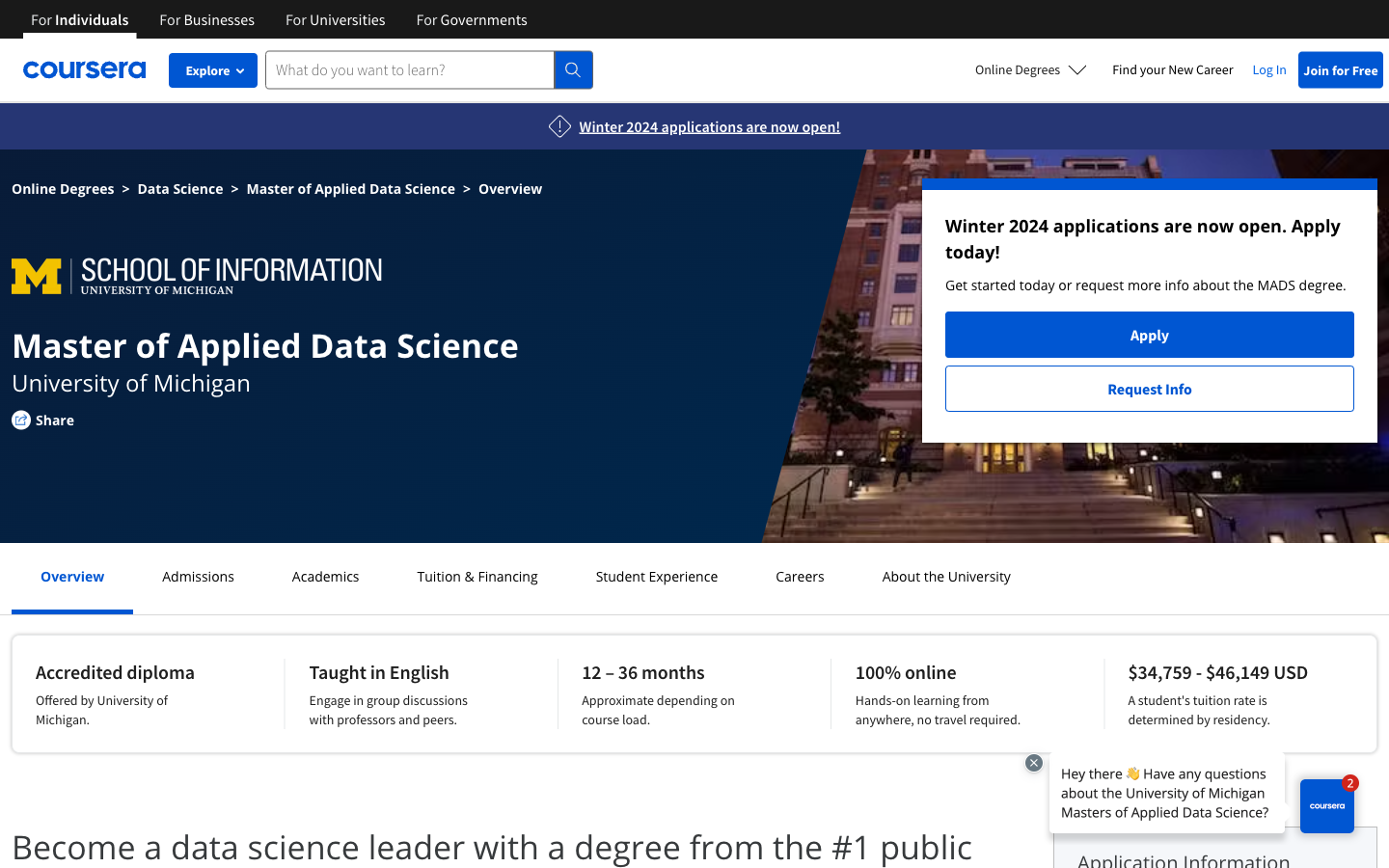 Image resolution: width=1389 pixels, height=868 pixels. What do you see at coordinates (180, 188) in the screenshot?
I see `University of Michigan"s Data Science Master"s Degree Course page` at bounding box center [180, 188].